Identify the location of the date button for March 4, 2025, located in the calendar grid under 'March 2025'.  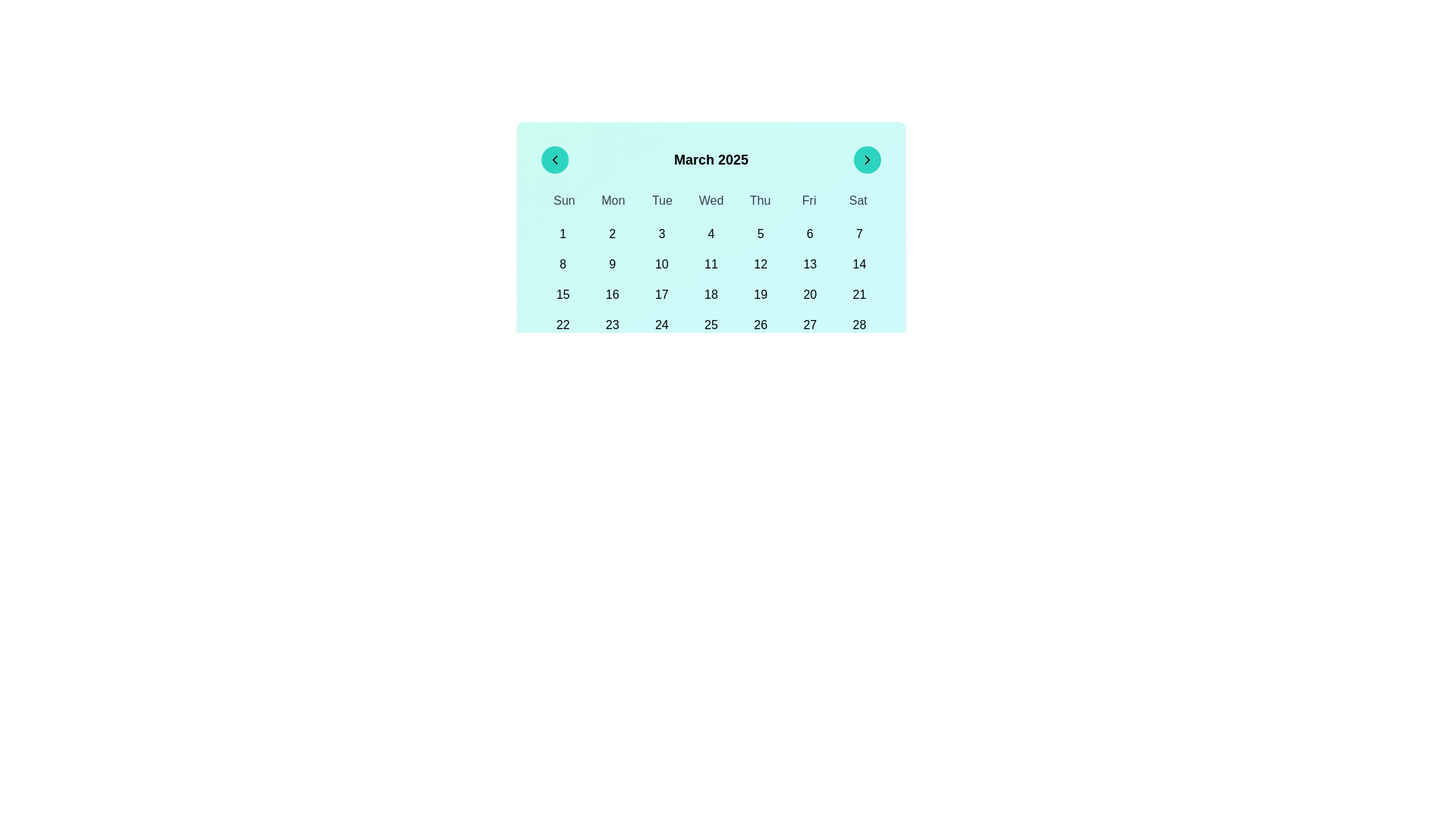
(710, 234).